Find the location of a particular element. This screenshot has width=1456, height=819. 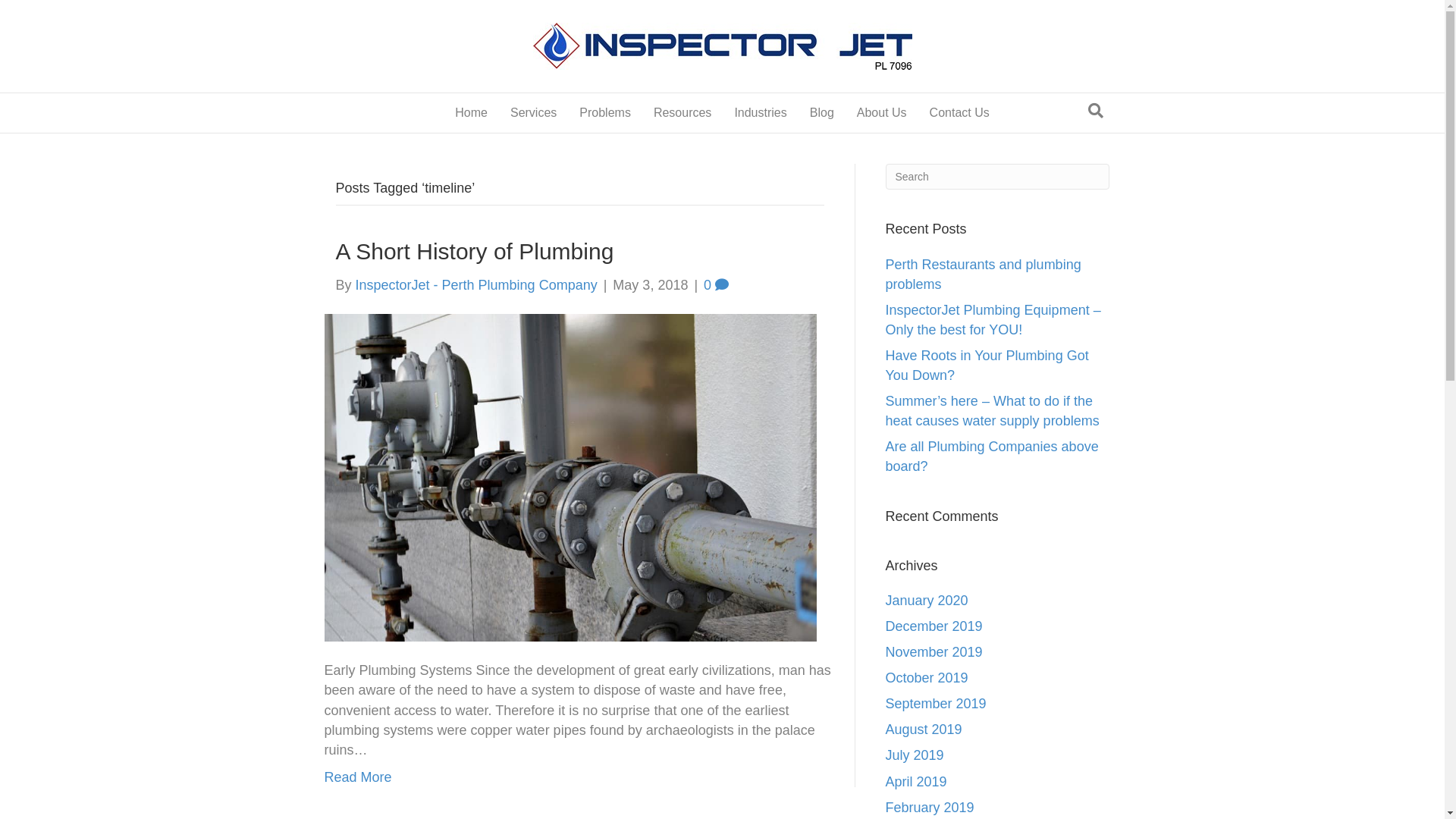

'September 2019' is located at coordinates (935, 704).